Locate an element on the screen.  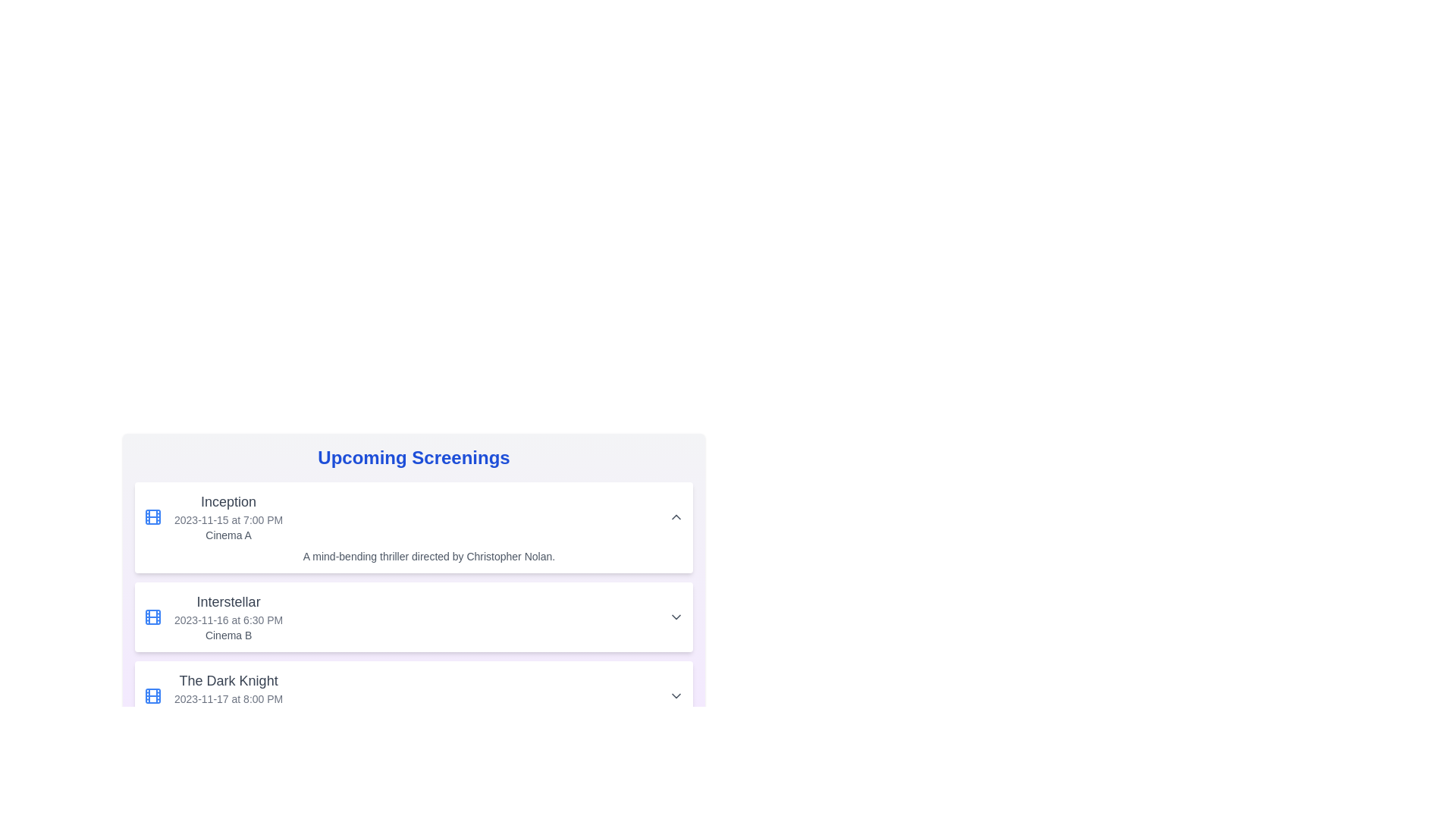
the static text displaying the scheduled movie screening date and time for 'The Dark Knight', which is located below the title and above 'Cinema C' is located at coordinates (227, 698).